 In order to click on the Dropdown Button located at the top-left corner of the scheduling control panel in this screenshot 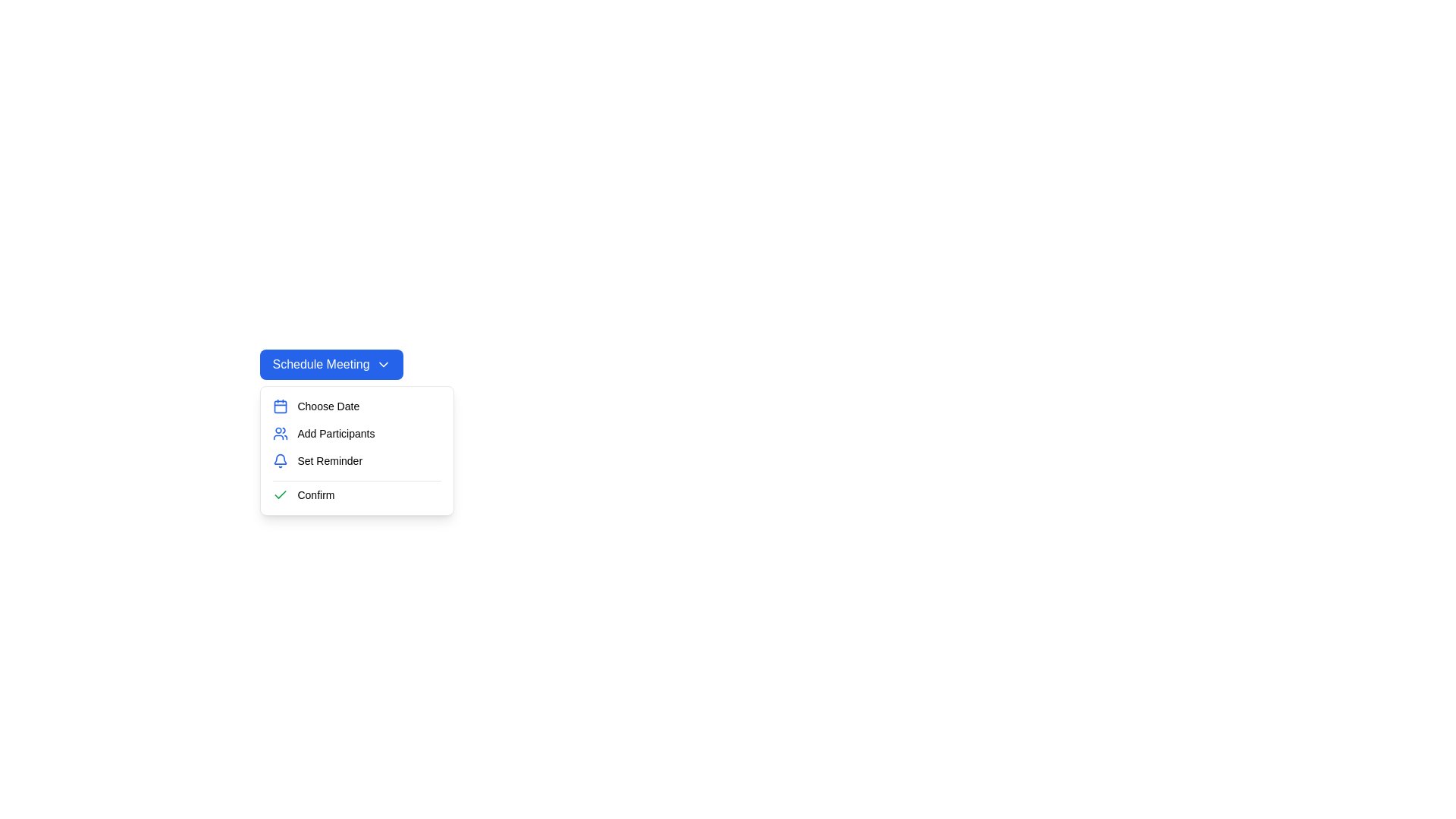, I will do `click(331, 365)`.